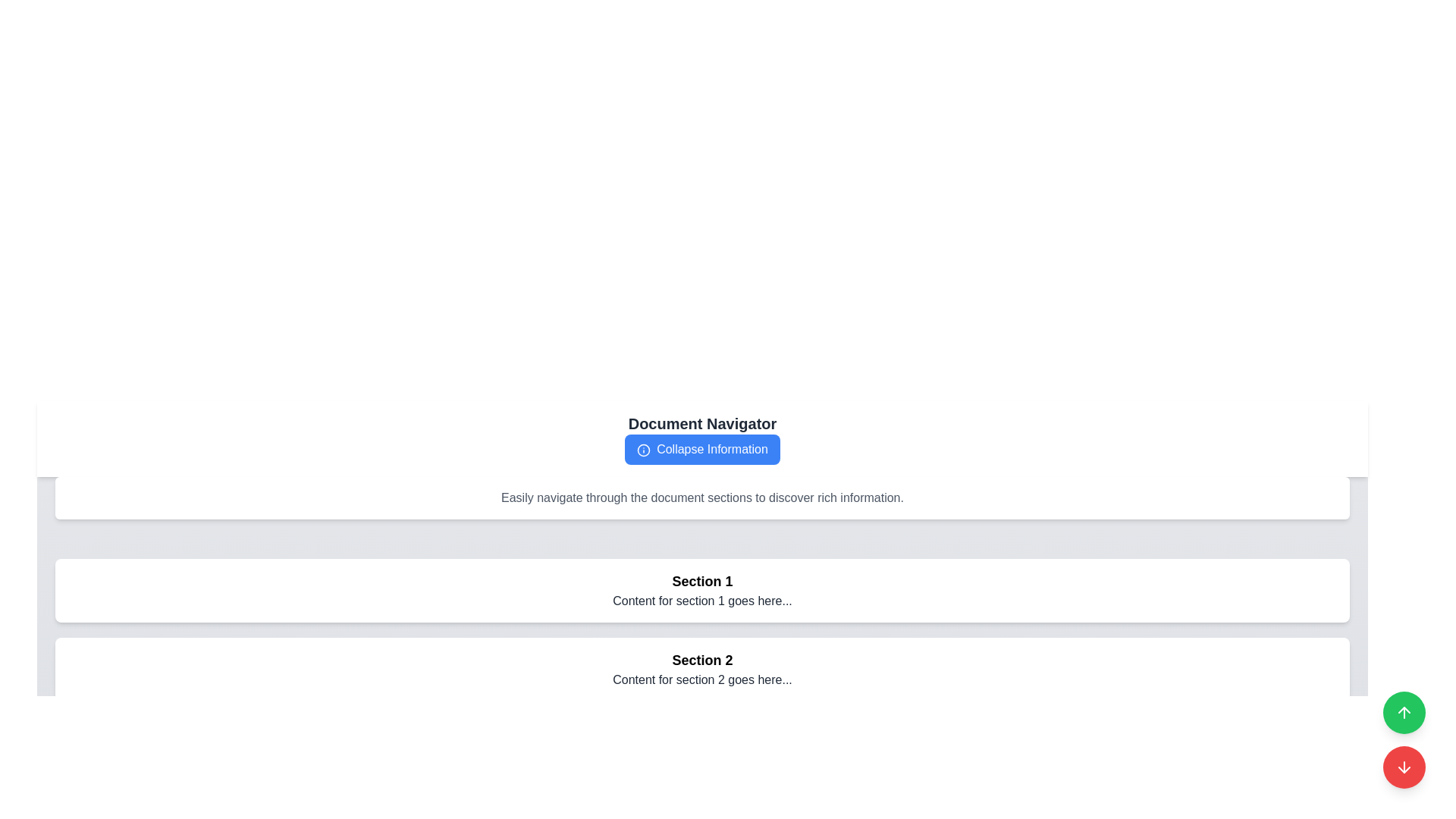  What do you see at coordinates (701, 679) in the screenshot?
I see `the static text element that displays 'Content for section 2 goes here...' which is located below the title 'Section 2' in the interface` at bounding box center [701, 679].